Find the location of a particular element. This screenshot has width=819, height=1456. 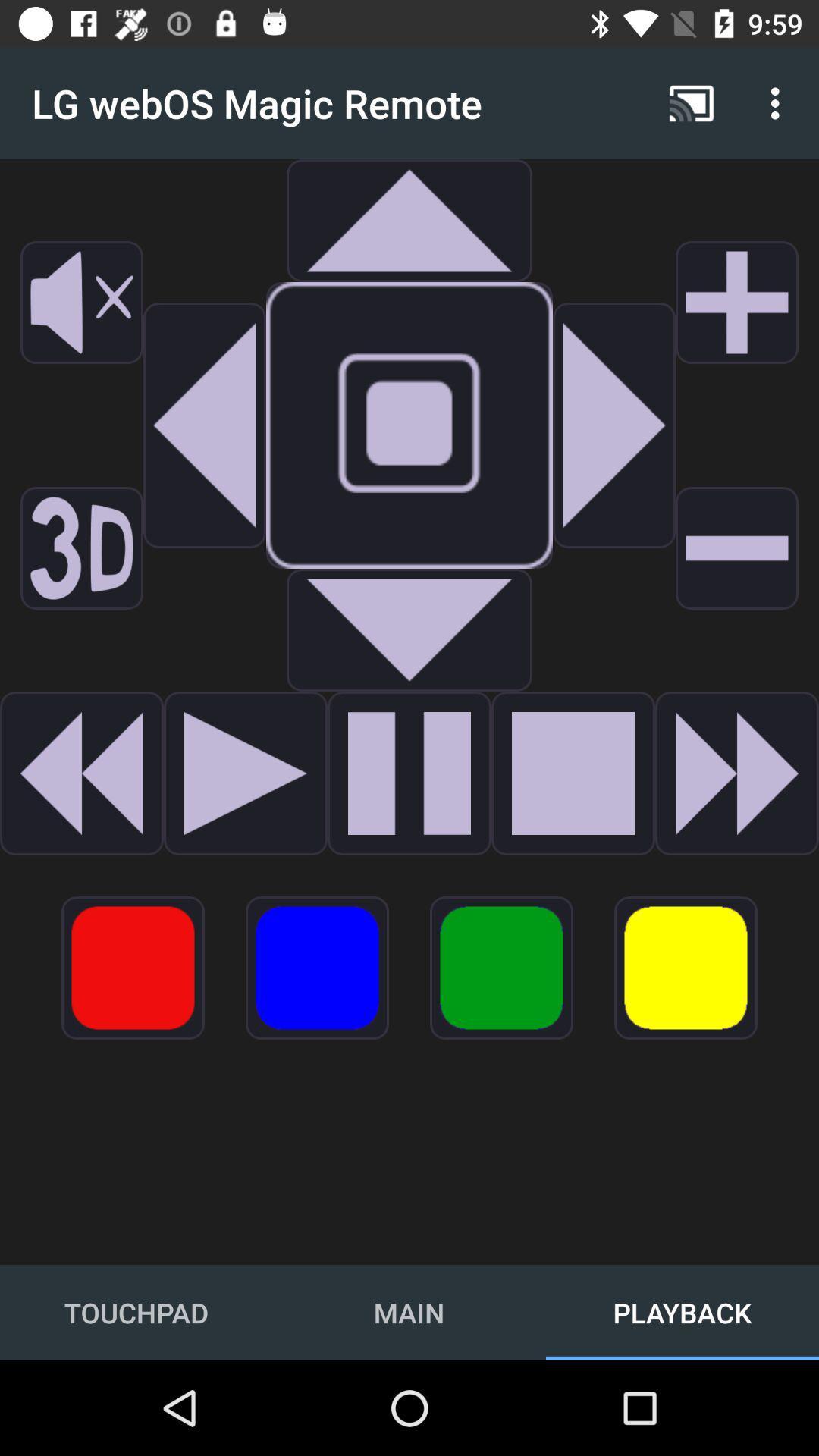

the pause icon is located at coordinates (409, 773).